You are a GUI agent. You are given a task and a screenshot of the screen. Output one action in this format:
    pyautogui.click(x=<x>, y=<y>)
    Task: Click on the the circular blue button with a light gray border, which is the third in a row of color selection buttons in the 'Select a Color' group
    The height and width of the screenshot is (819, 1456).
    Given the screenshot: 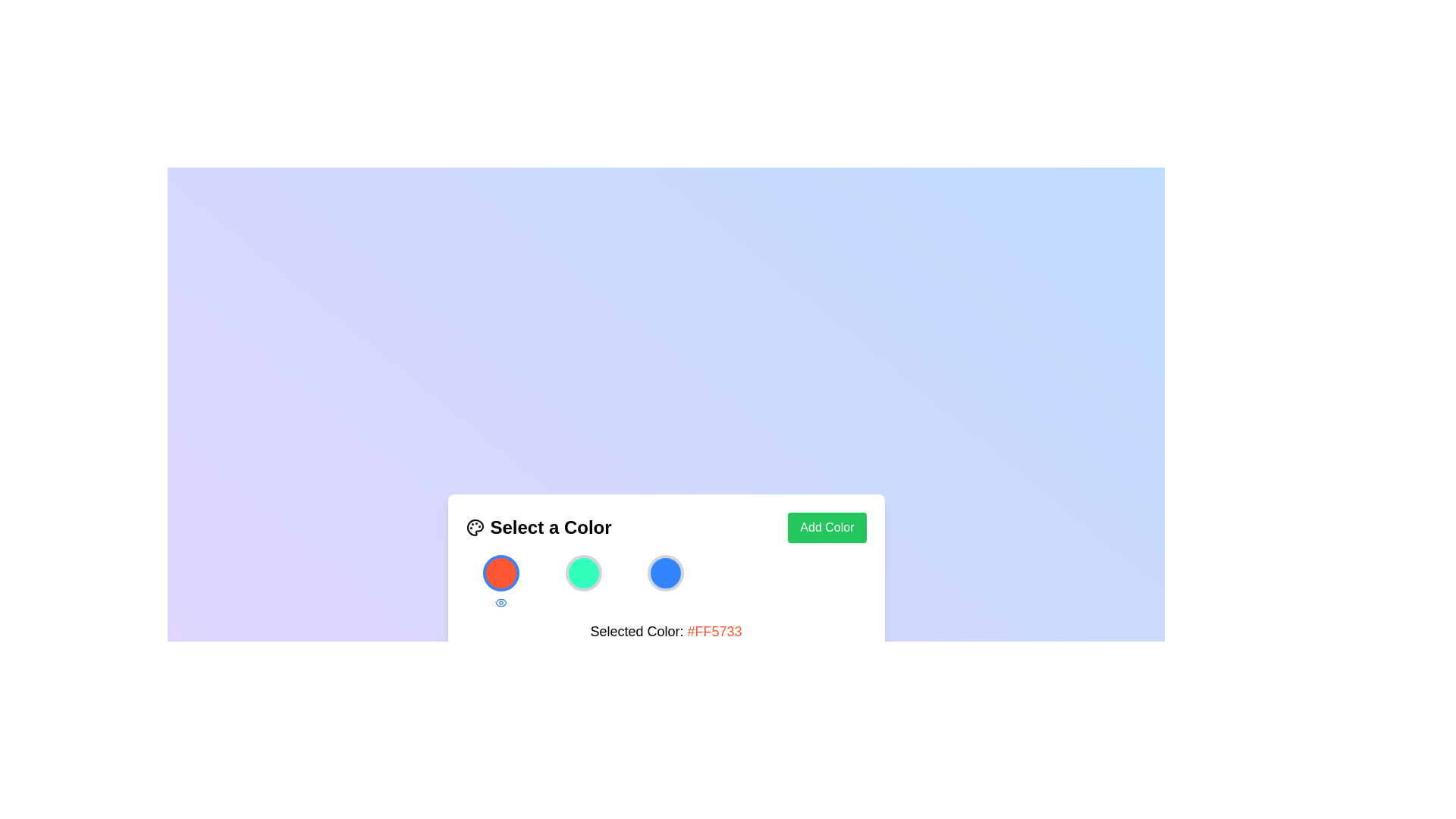 What is the action you would take?
    pyautogui.click(x=666, y=573)
    